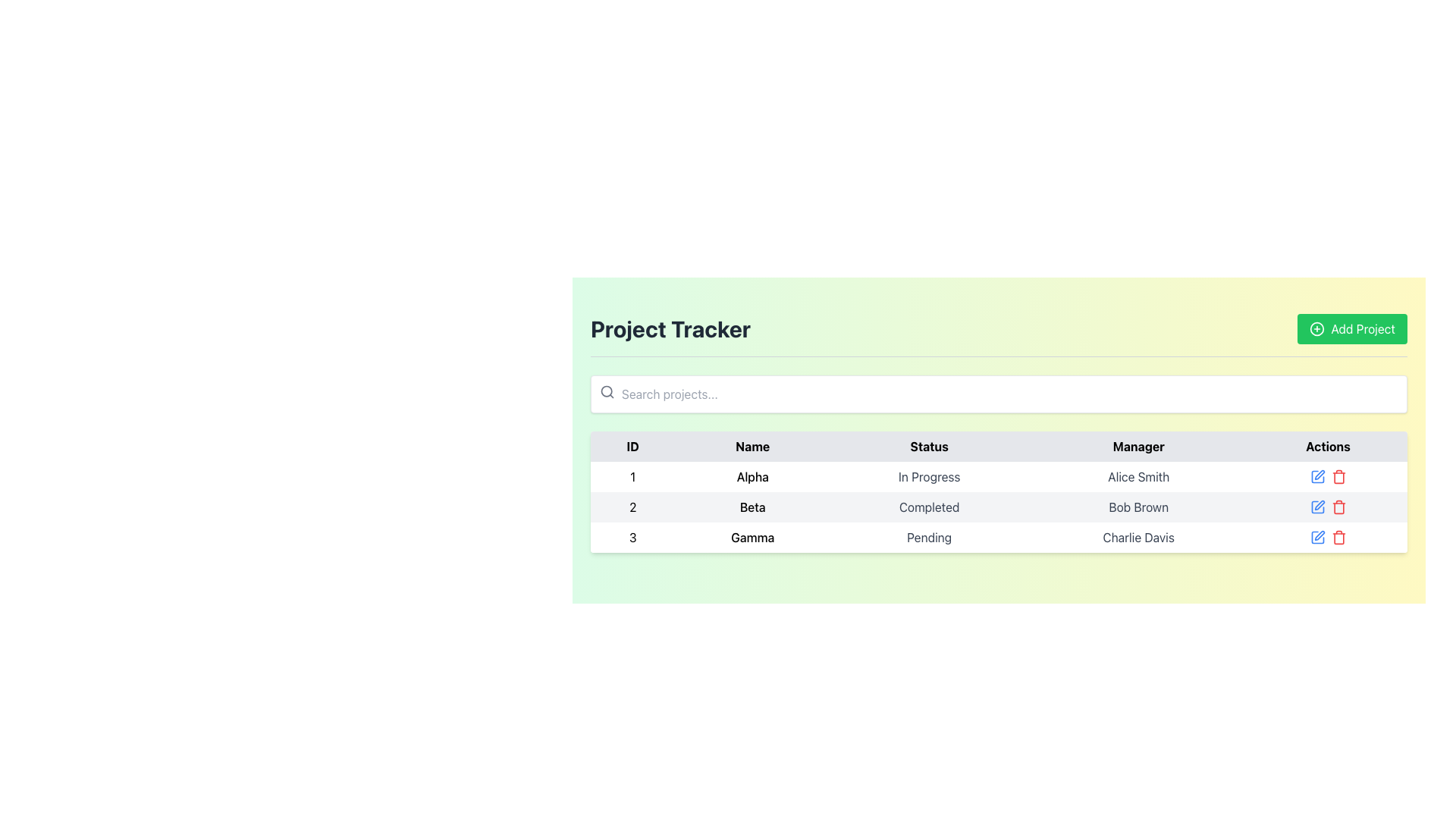  I want to click on the icon representing the action, so click(1316, 328).